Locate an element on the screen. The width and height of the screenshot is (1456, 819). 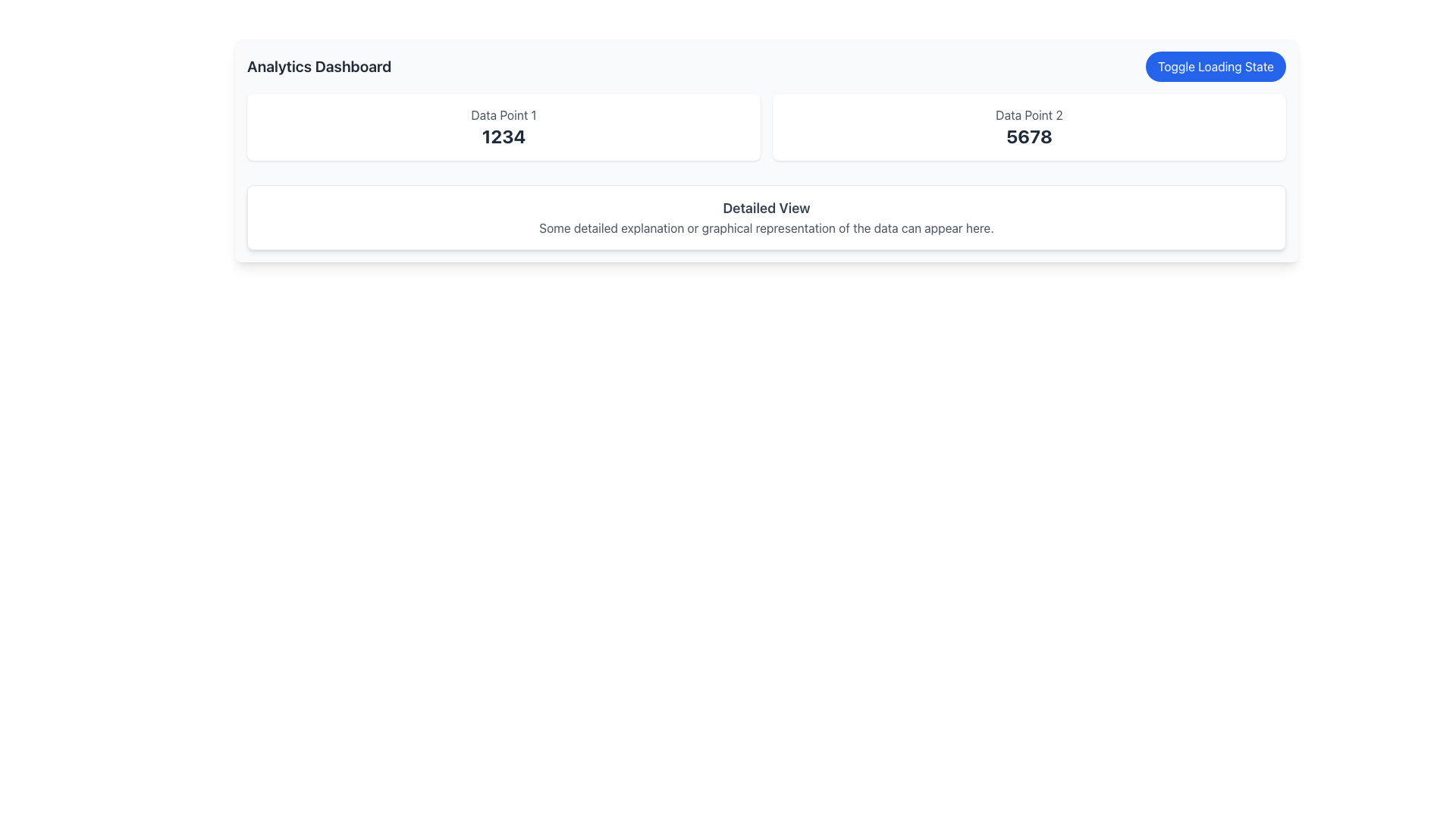
numeric value '5678' displayed in the top-right quadrant below 'Data Point 2' in the analytics dashboard is located at coordinates (1029, 136).